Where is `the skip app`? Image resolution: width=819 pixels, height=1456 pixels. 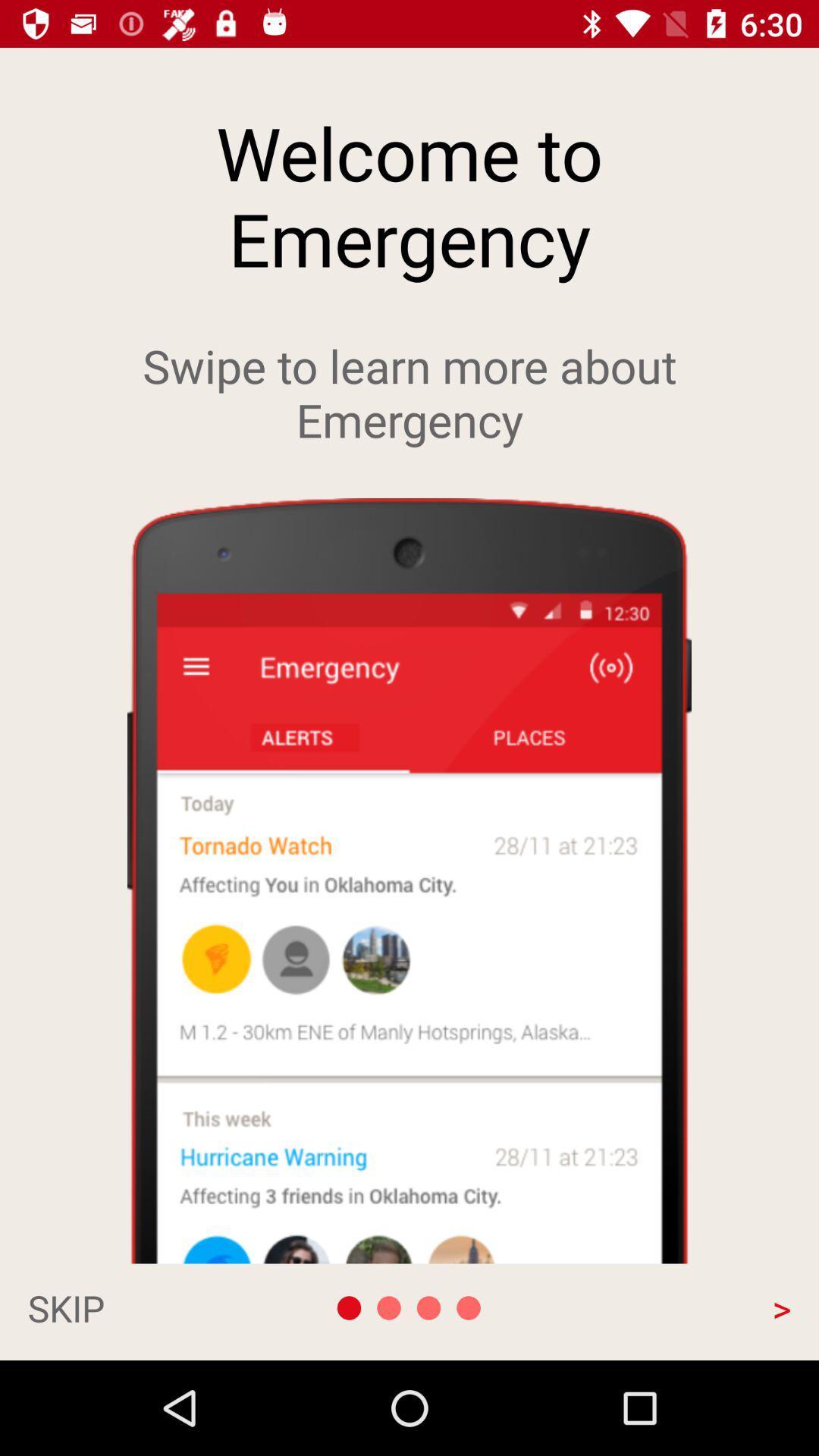
the skip app is located at coordinates (141, 1307).